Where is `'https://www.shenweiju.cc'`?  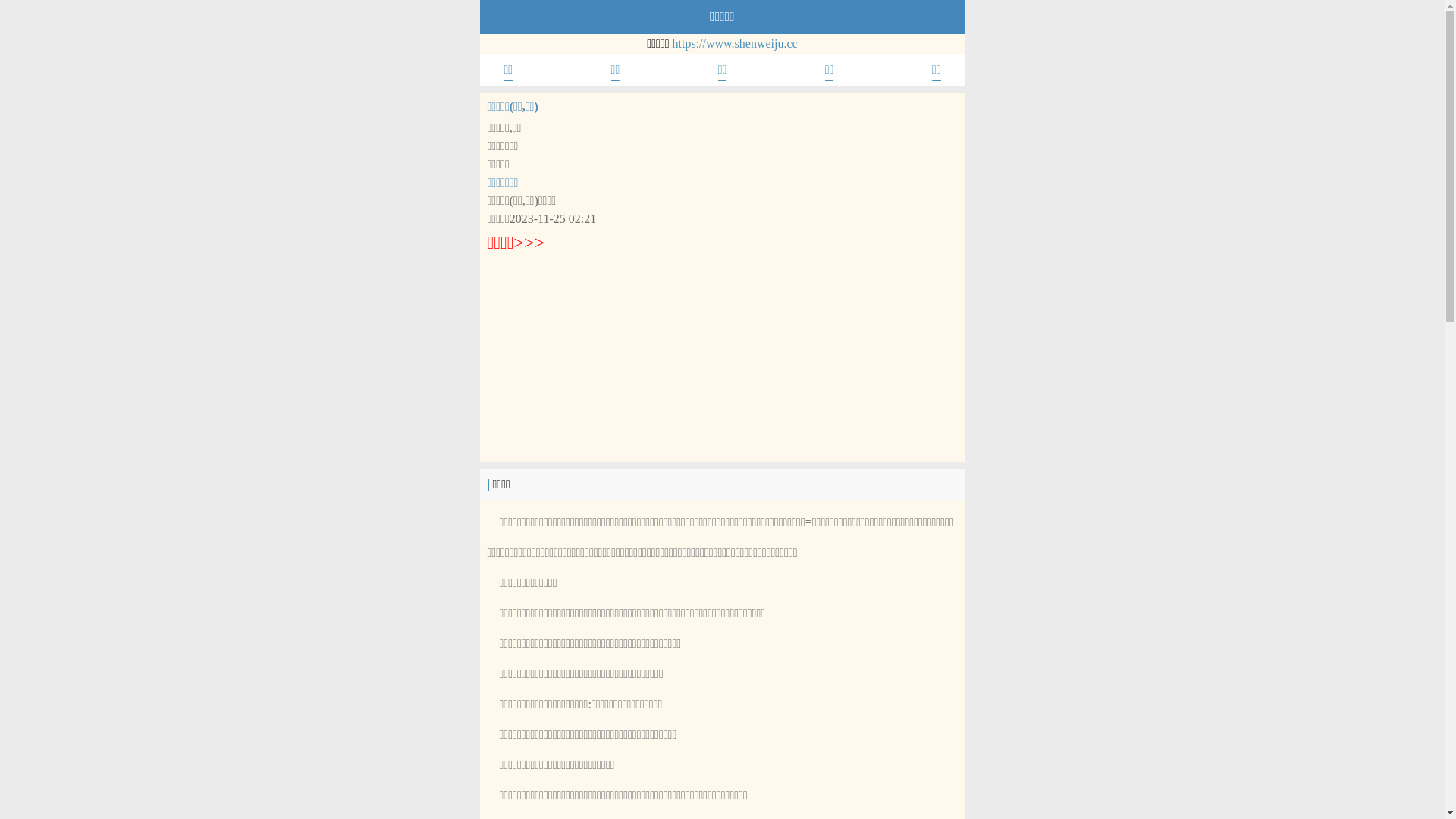
'https://www.shenweiju.cc' is located at coordinates (735, 42).